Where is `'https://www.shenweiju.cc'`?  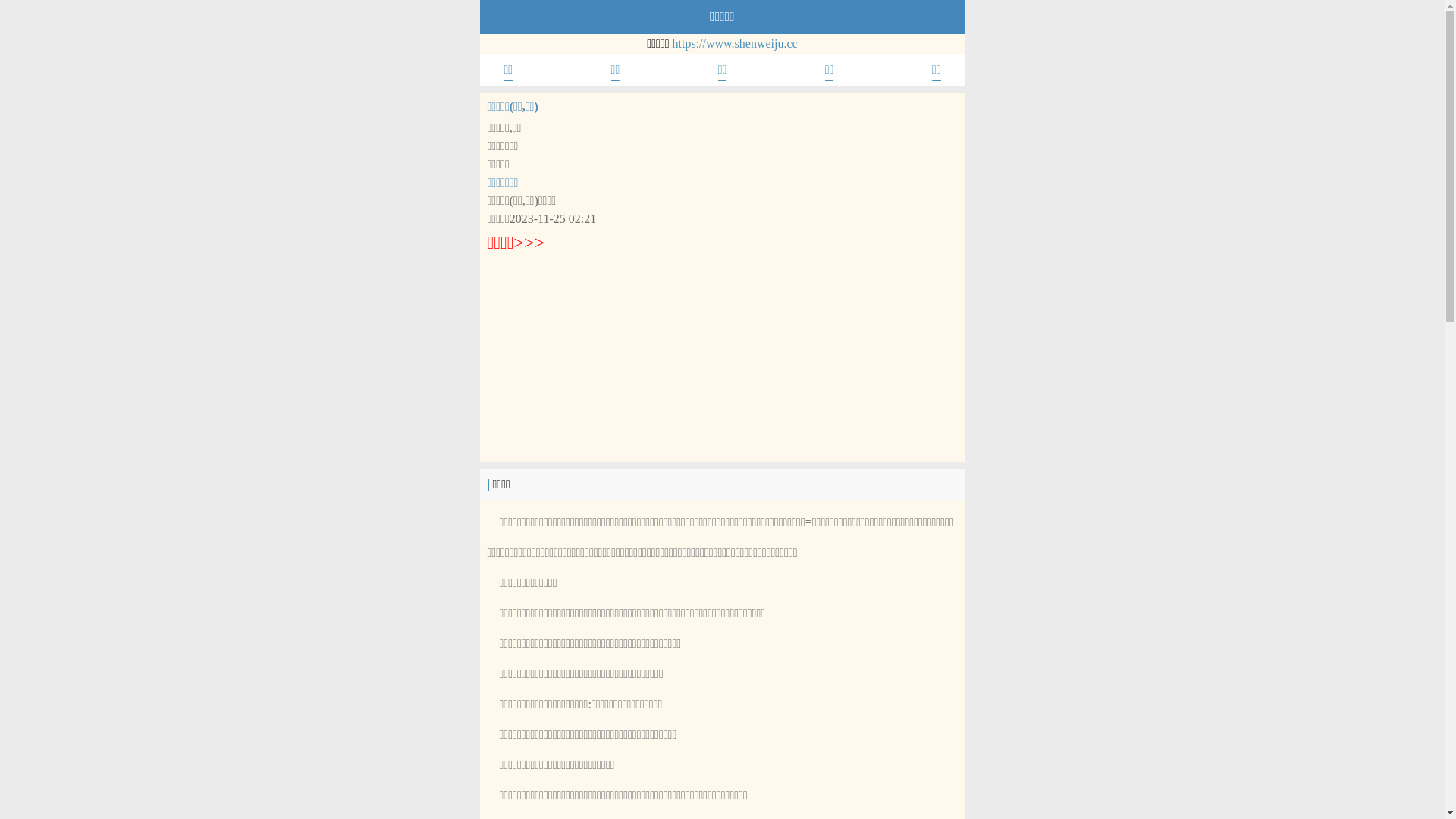
'https://www.shenweiju.cc' is located at coordinates (735, 42).